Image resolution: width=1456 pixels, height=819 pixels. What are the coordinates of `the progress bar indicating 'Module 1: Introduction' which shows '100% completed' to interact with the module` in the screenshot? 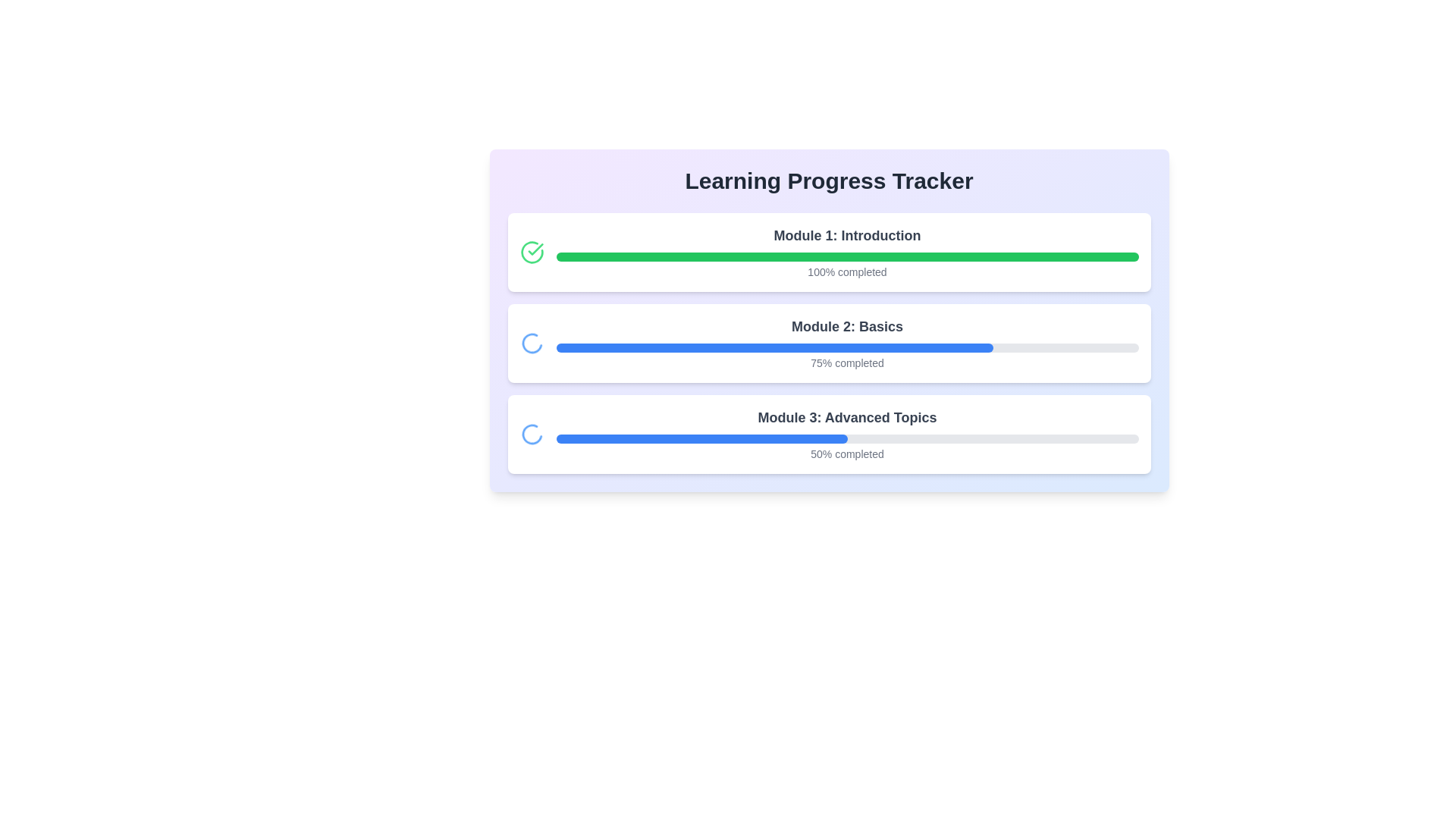 It's located at (846, 251).